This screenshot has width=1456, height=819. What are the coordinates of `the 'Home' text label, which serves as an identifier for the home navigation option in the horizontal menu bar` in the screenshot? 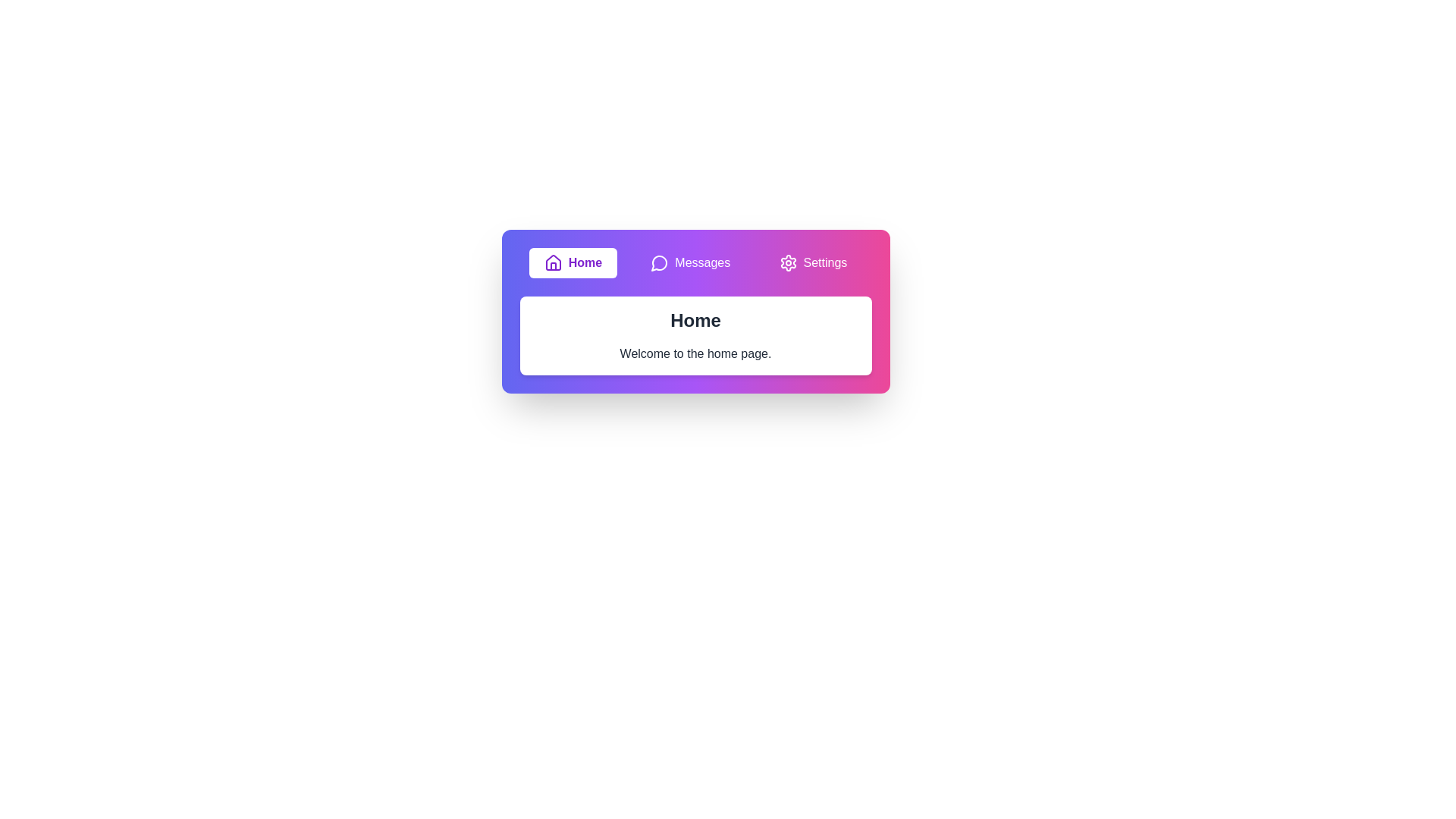 It's located at (584, 262).